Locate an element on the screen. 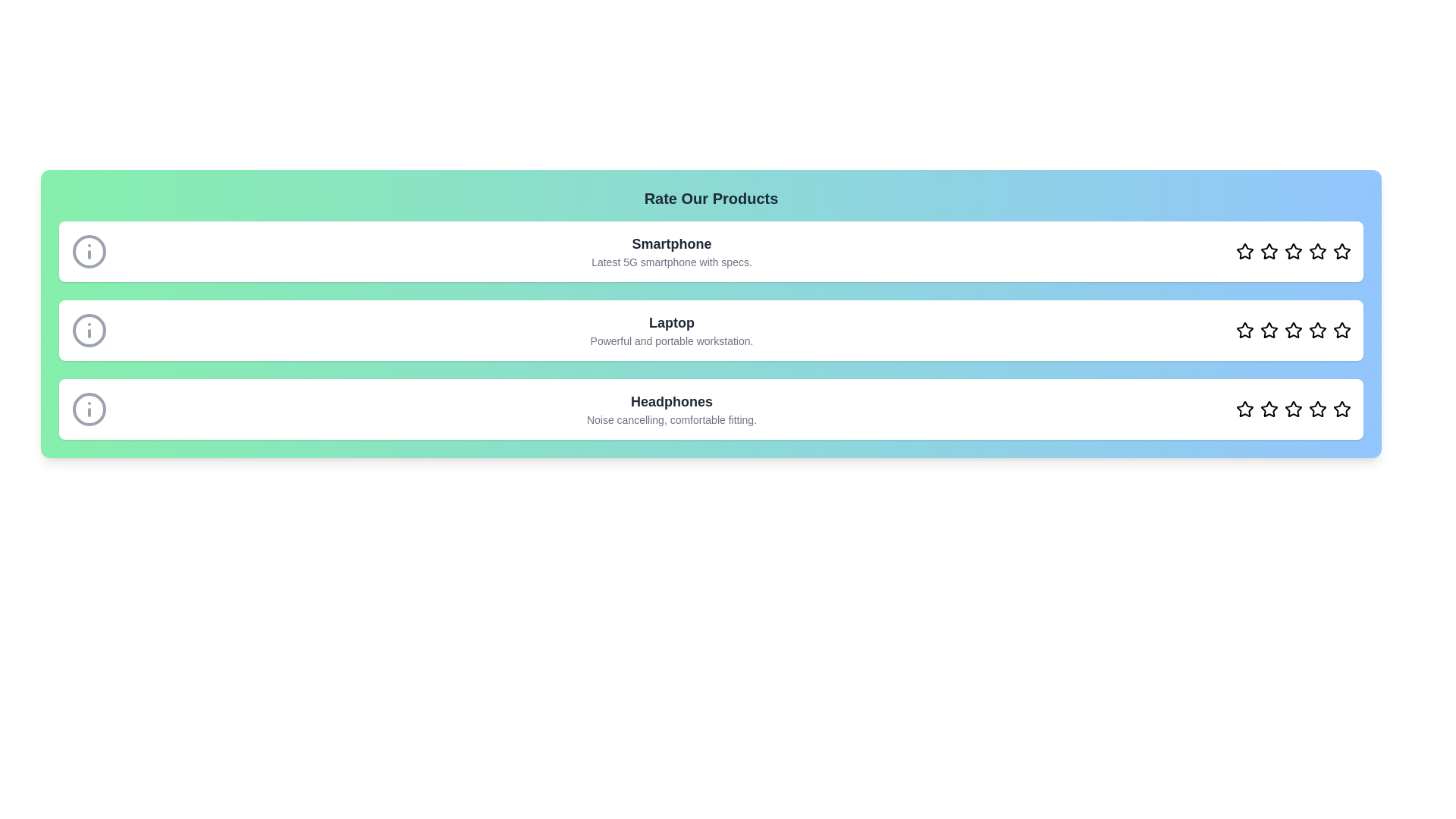  the 4th star-shaped icon in the top right of the product rating section for 'Smartphone' is located at coordinates (1316, 250).